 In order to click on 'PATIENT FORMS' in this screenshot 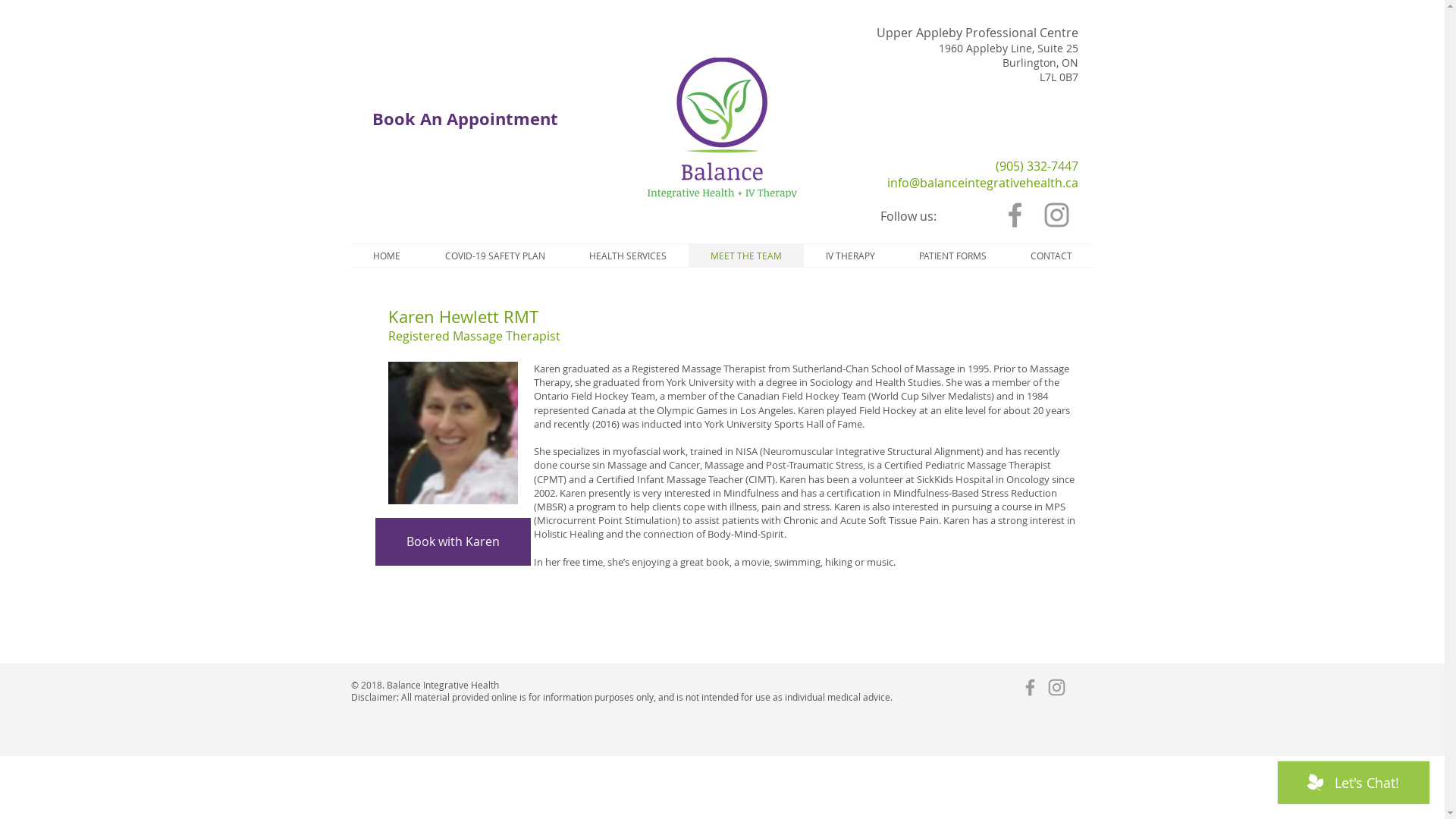, I will do `click(951, 254)`.